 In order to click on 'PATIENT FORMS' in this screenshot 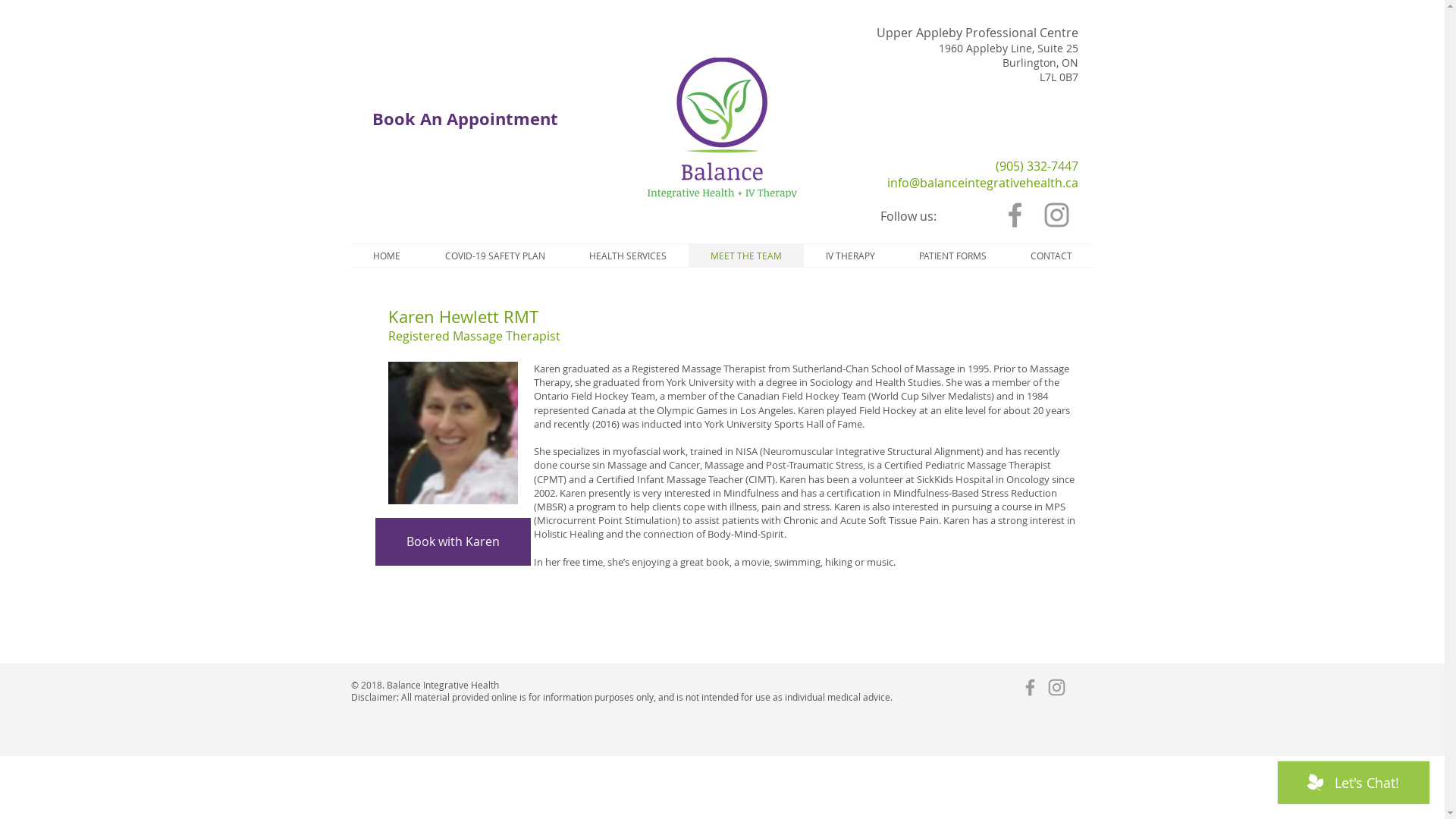, I will do `click(951, 254)`.